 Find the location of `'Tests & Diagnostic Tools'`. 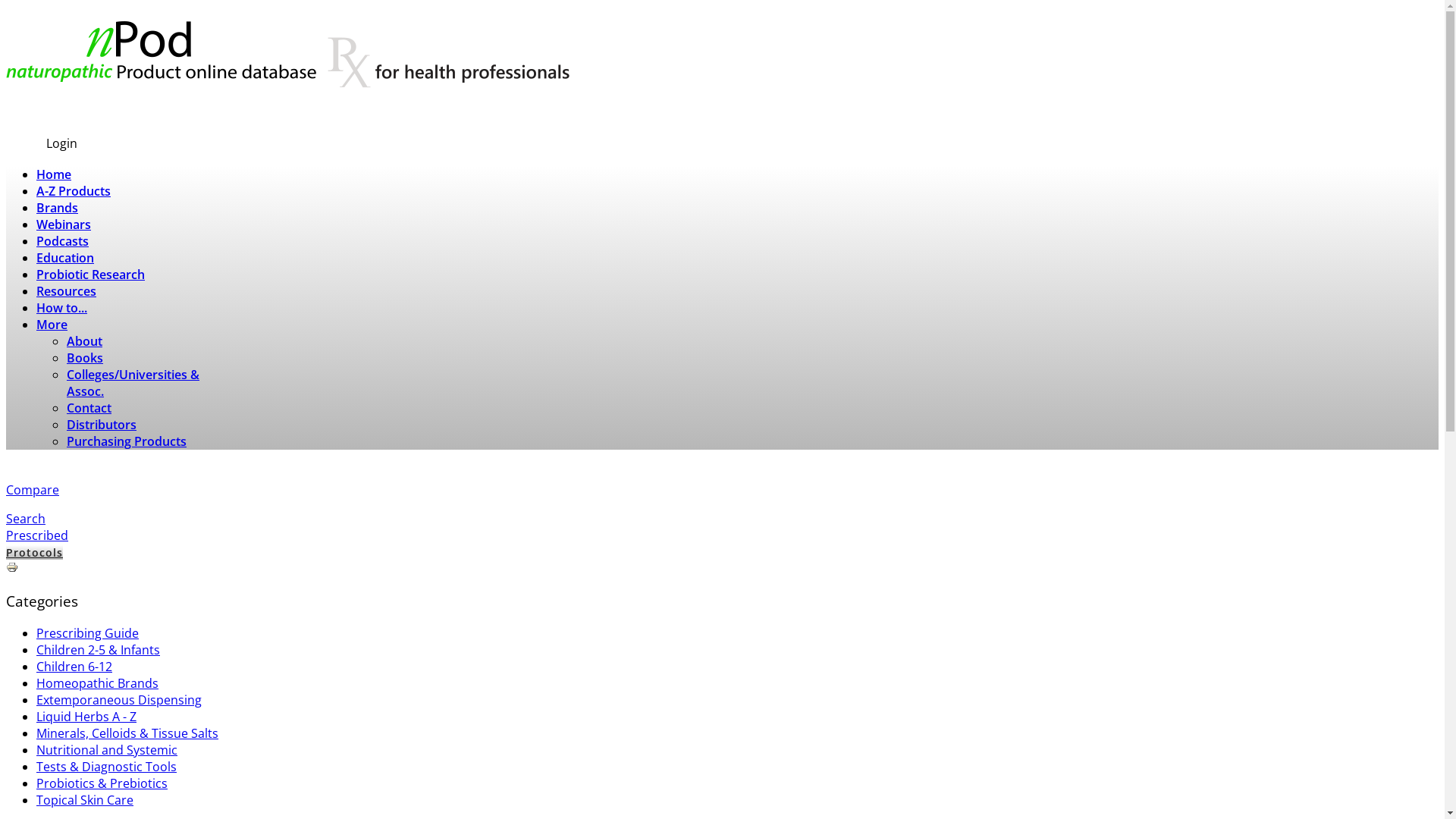

'Tests & Diagnostic Tools' is located at coordinates (105, 766).